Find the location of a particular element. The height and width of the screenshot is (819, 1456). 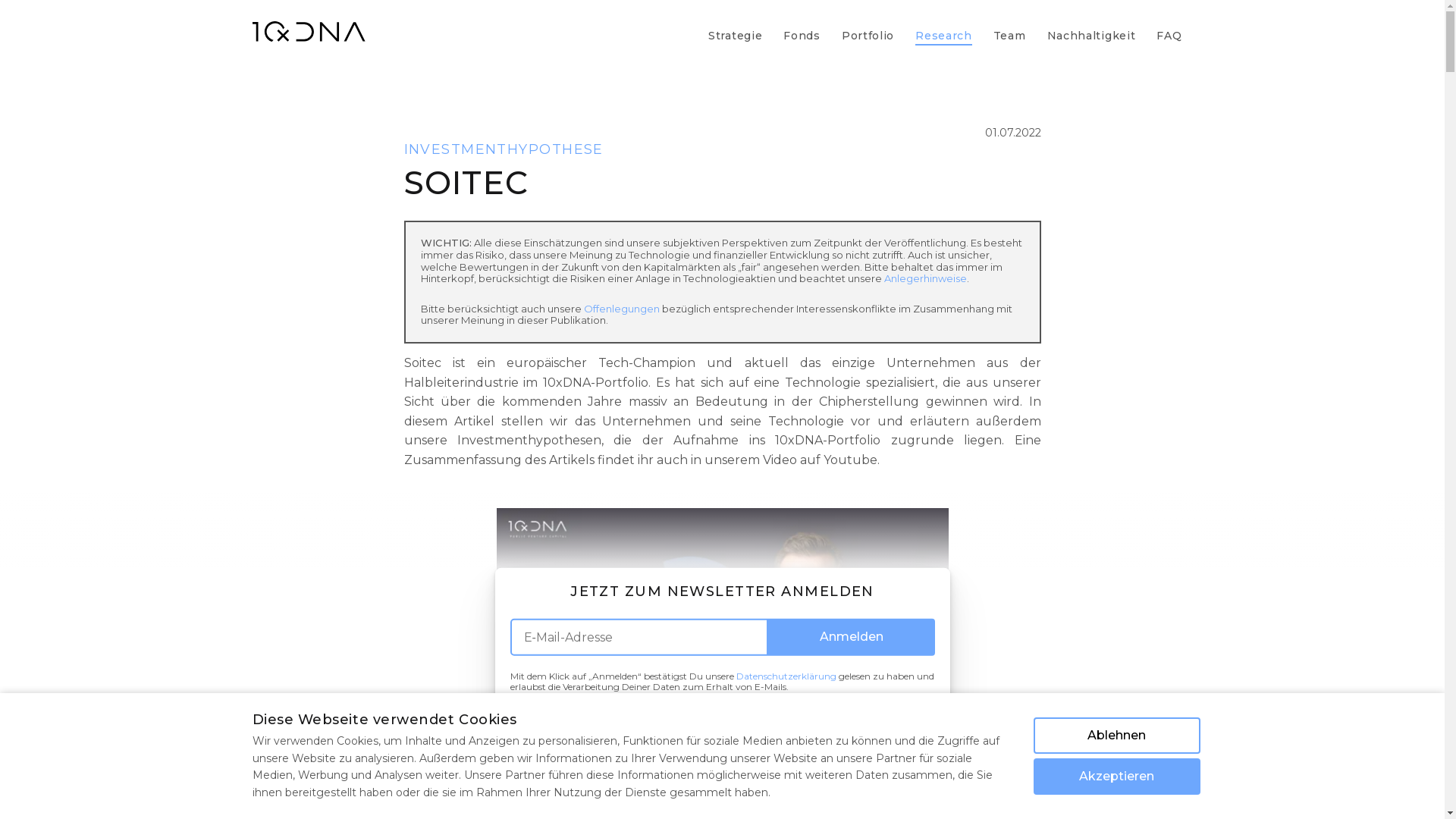

'Team' is located at coordinates (983, 26).